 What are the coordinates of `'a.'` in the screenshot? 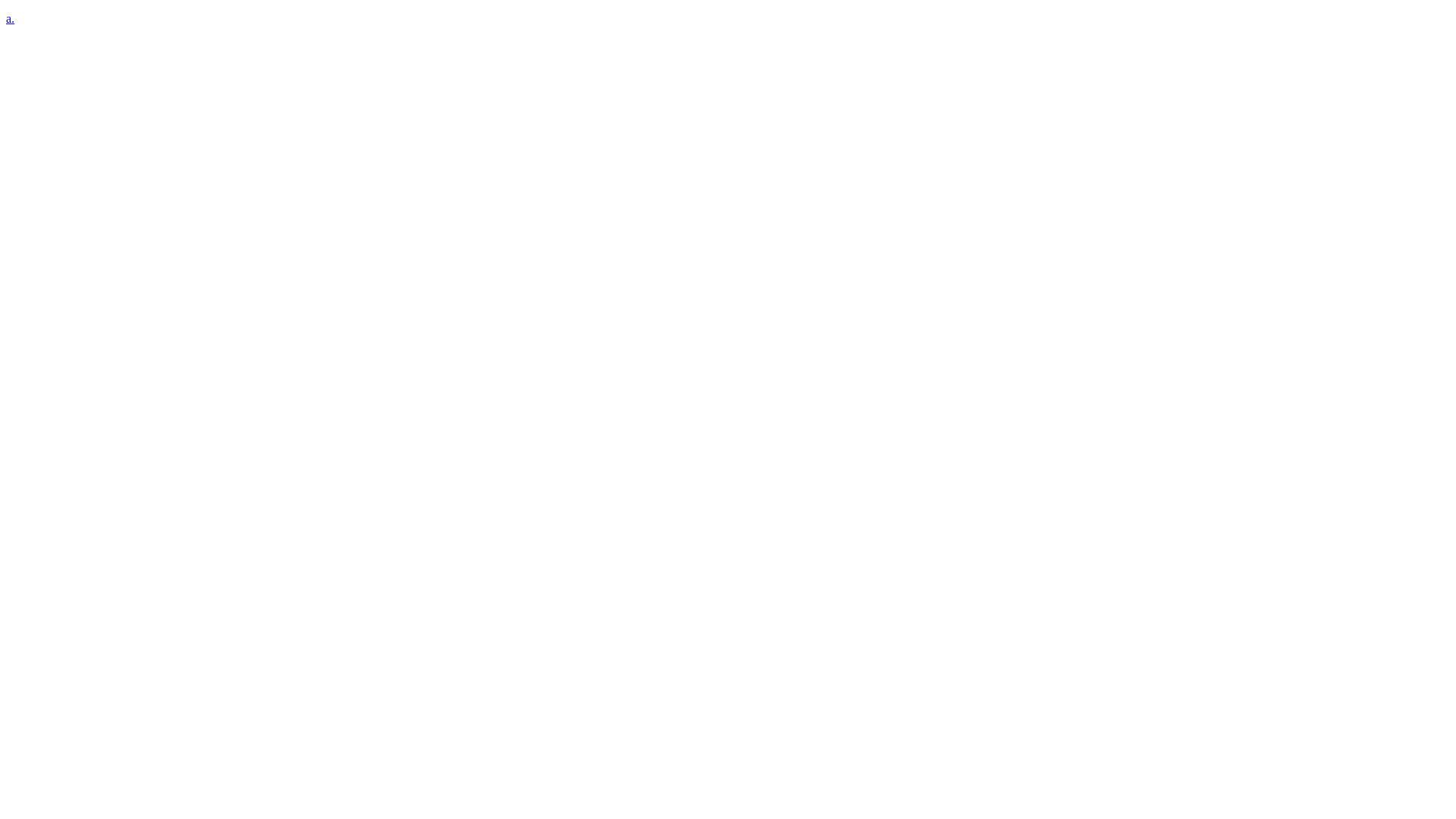 It's located at (6, 18).